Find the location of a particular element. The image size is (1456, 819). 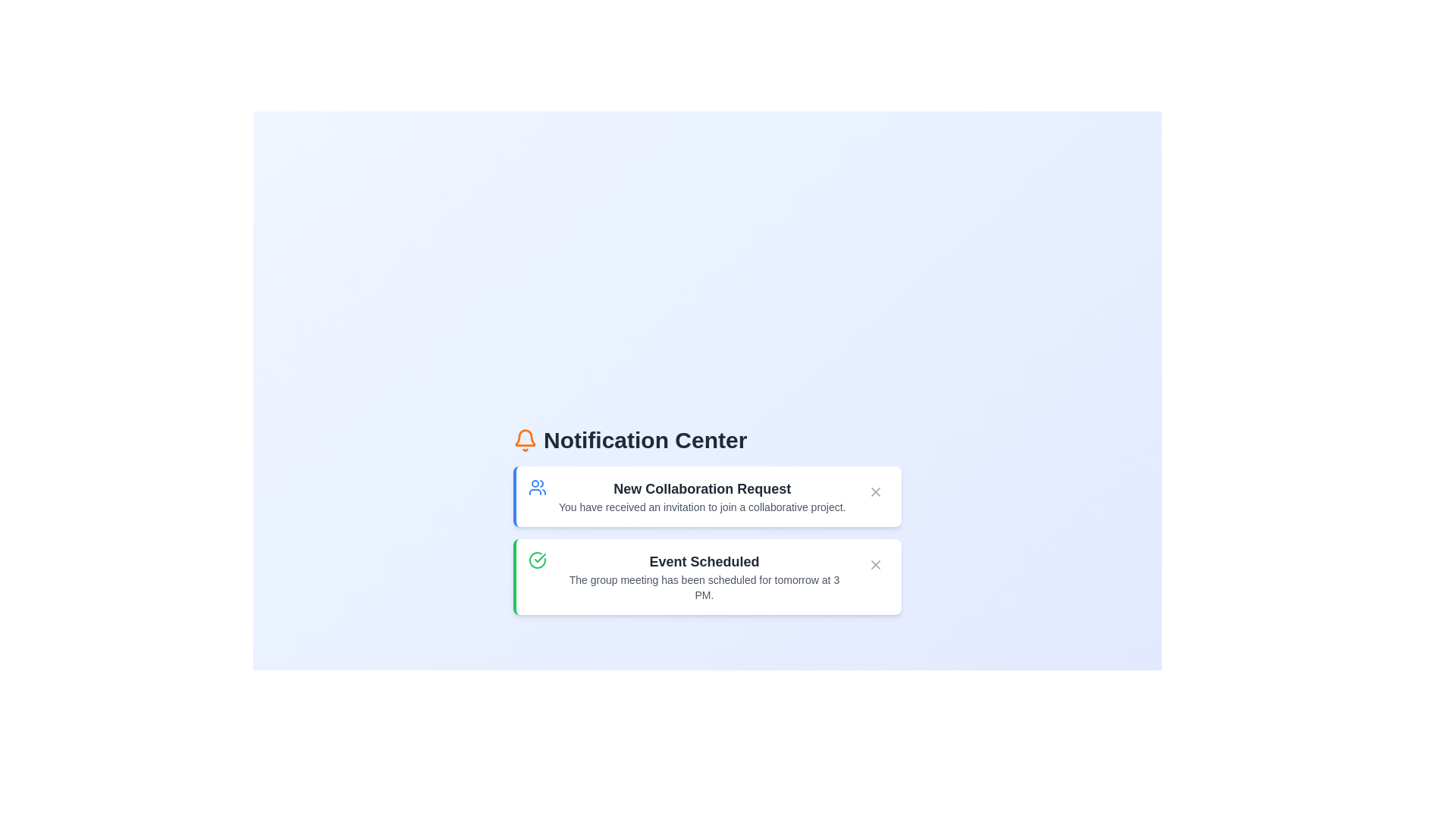

the dismiss button located at the top-right of the second notification card, which features a gray button with a red hover effect and an 'X' icon is located at coordinates (876, 564).